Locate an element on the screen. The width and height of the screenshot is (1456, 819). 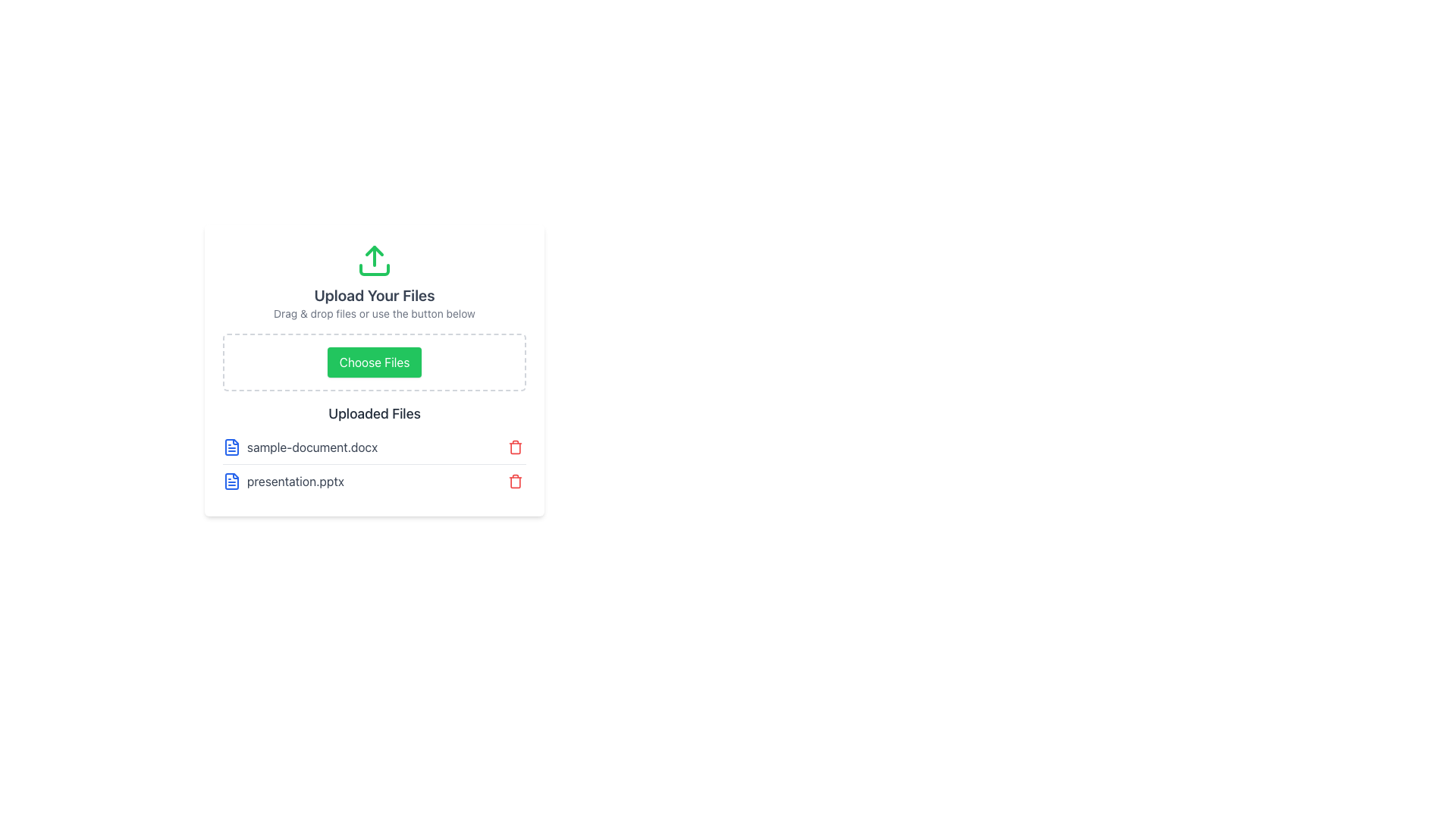
the 'Choose Files' button is located at coordinates (375, 362).